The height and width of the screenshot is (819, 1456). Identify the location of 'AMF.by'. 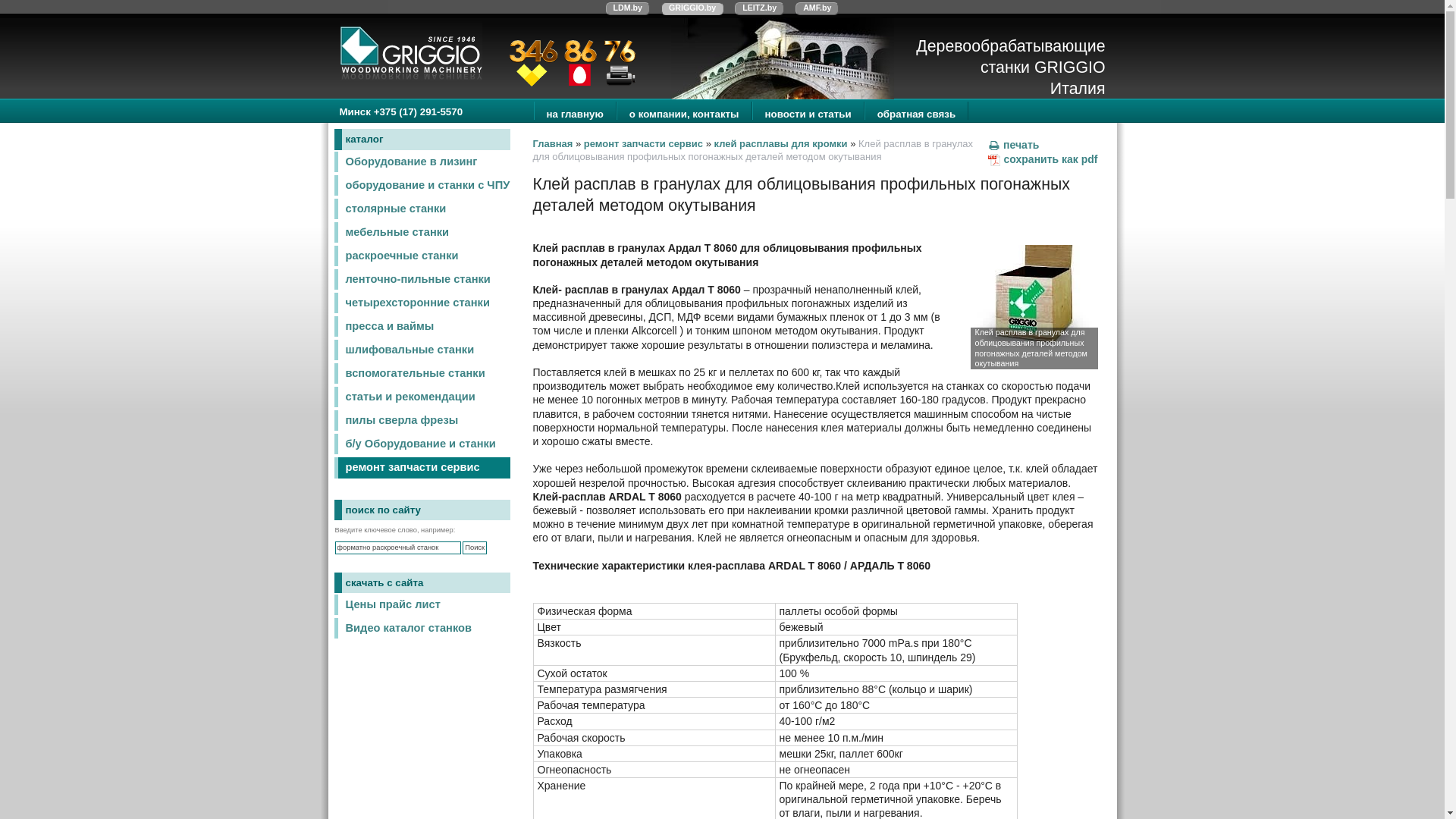
(816, 8).